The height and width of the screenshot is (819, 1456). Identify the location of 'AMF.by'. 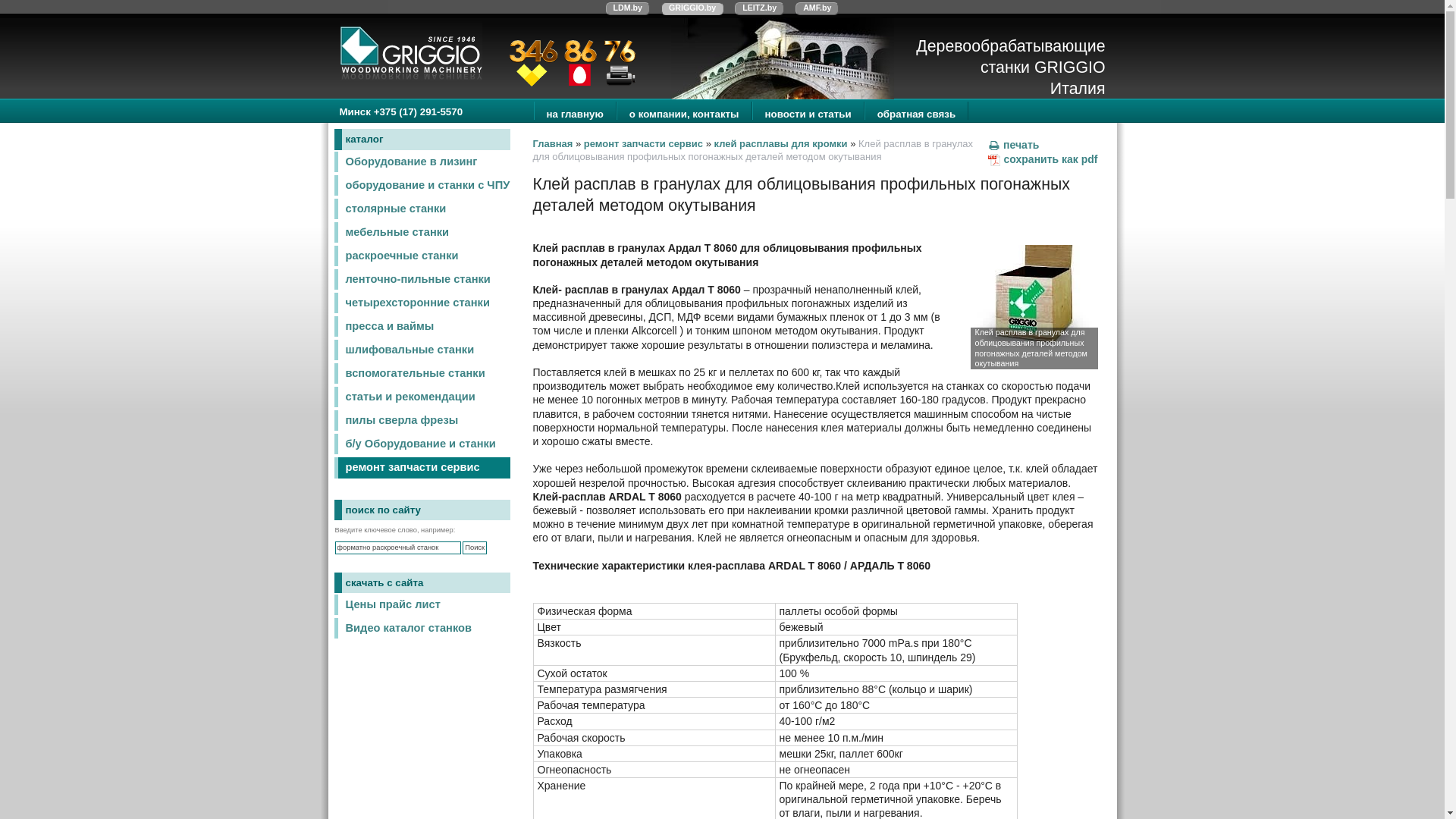
(816, 8).